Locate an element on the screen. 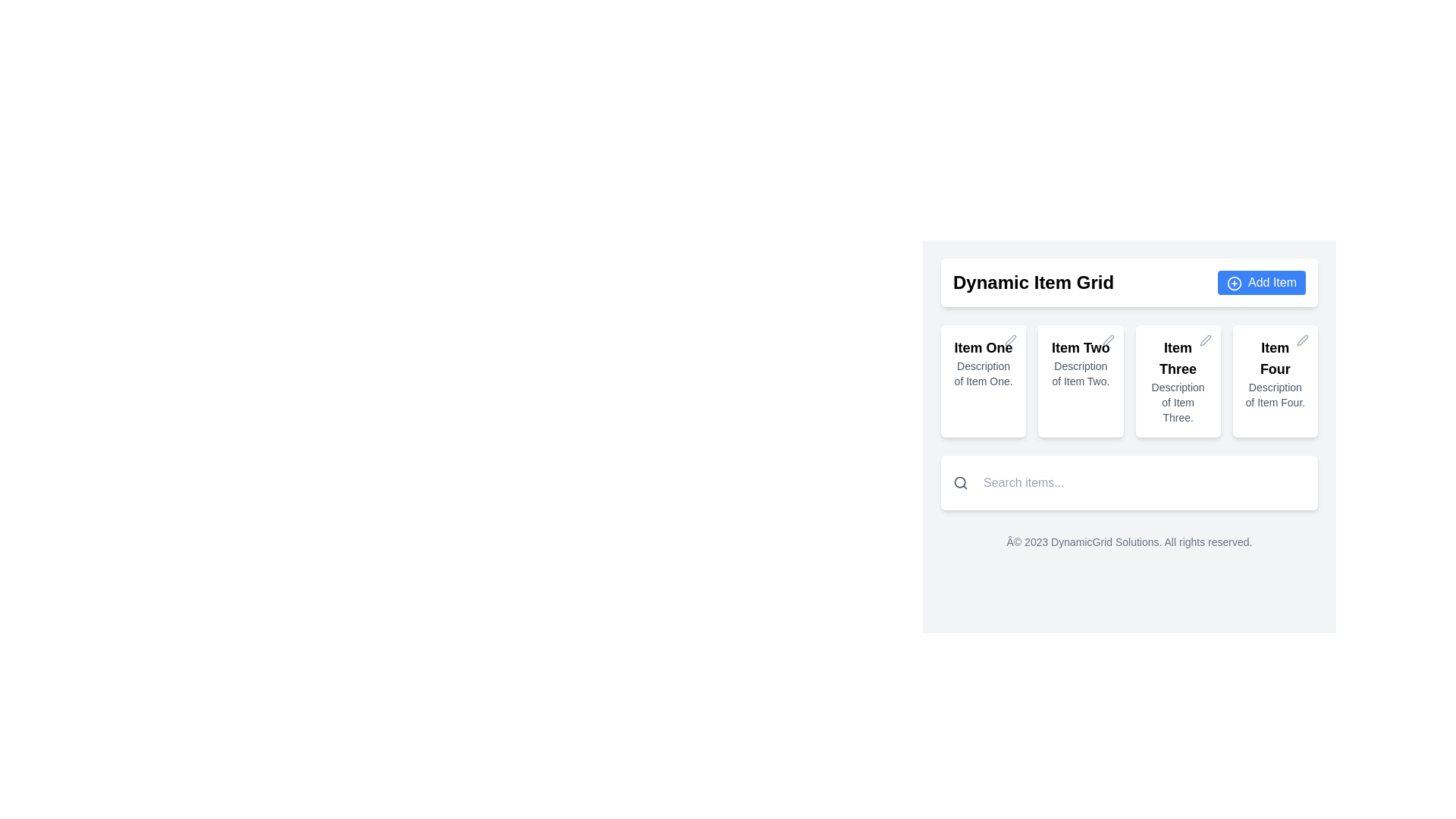 This screenshot has height=819, width=1456. the text label displaying 'Item Four', which is styled with bold and larger font size, located in the top-left corner of the fourth card in a horizontal grid layout is located at coordinates (1274, 359).